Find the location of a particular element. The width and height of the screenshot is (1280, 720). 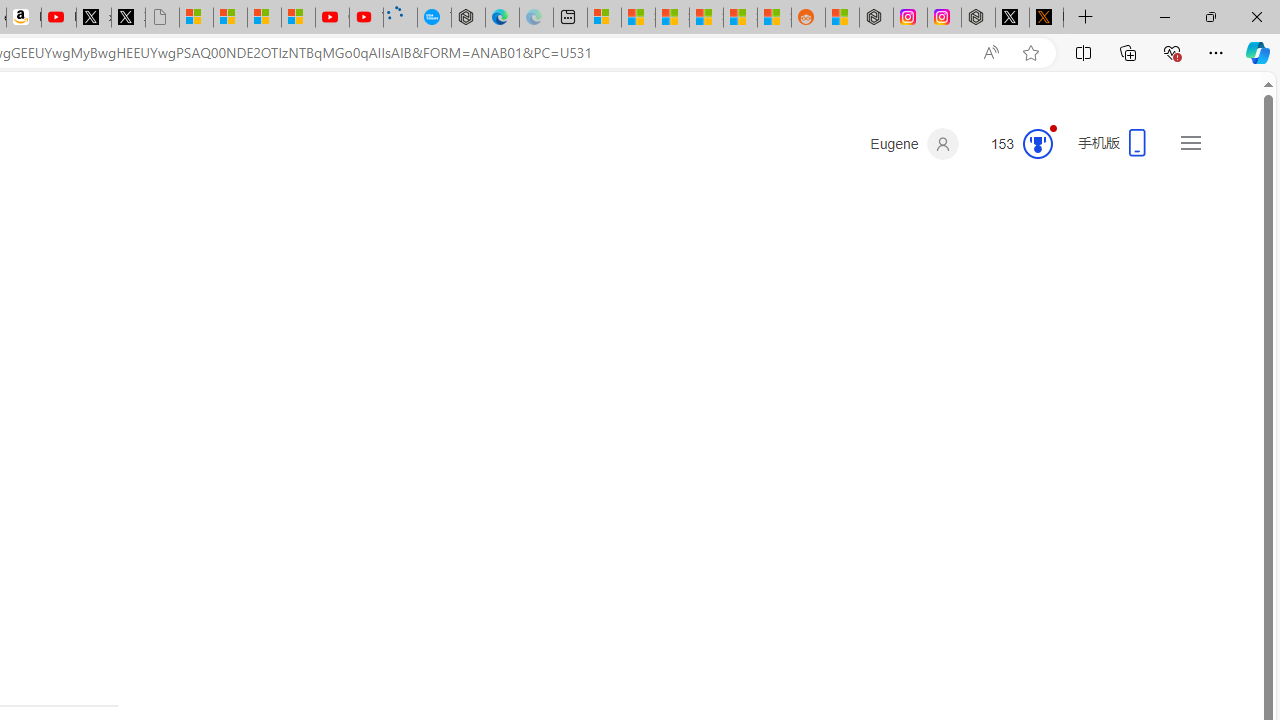

'Eugene' is located at coordinates (913, 143).